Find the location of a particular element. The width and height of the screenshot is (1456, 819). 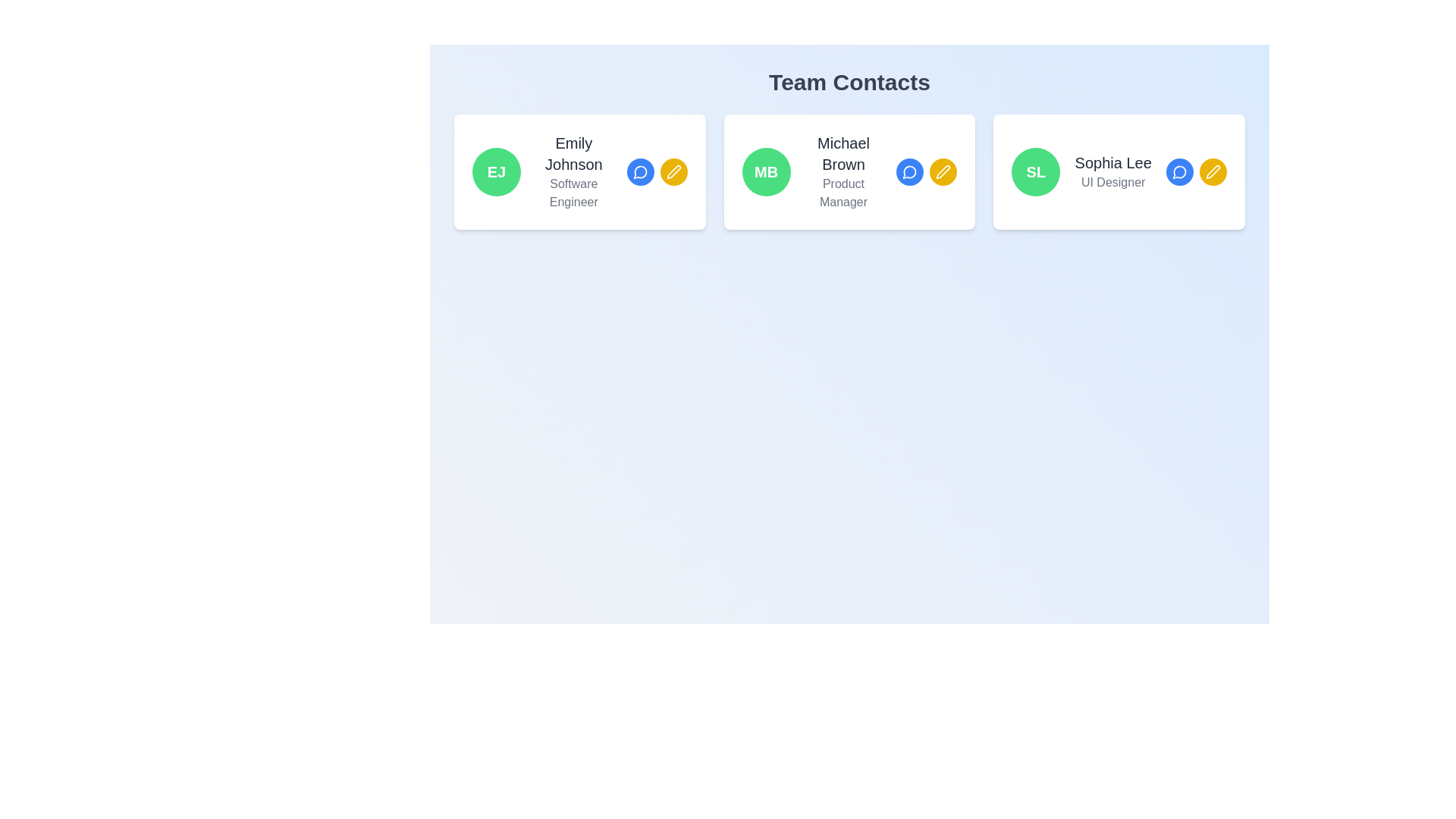

the messaging icon represented as a speech bubble outline located in the middle of the contact card for 'Michael Brown' to initiate a chat or open a messaging interface is located at coordinates (910, 171).